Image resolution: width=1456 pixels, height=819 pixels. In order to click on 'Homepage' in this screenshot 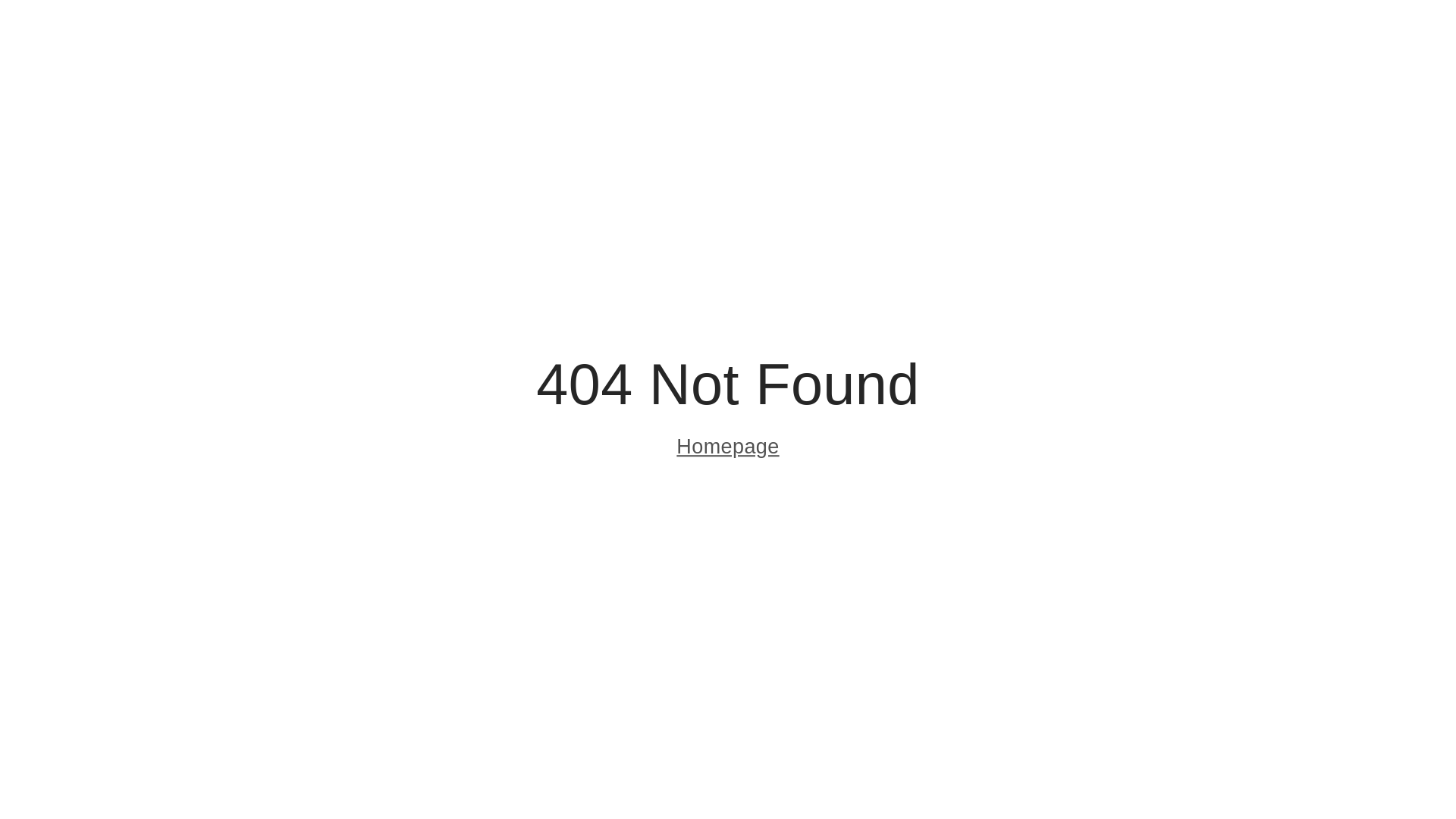, I will do `click(676, 447)`.